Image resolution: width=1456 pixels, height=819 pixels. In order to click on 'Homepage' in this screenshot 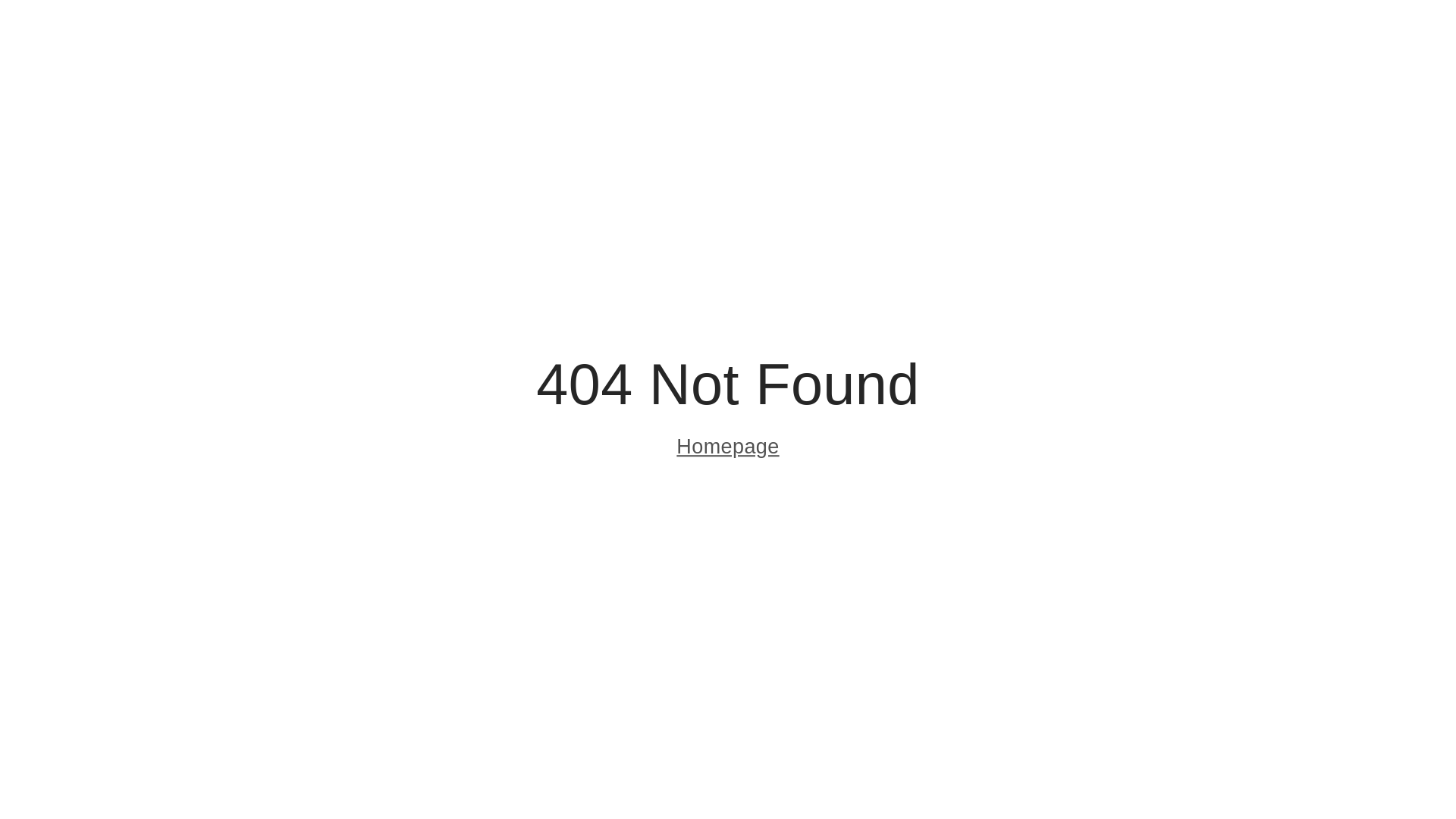, I will do `click(676, 447)`.